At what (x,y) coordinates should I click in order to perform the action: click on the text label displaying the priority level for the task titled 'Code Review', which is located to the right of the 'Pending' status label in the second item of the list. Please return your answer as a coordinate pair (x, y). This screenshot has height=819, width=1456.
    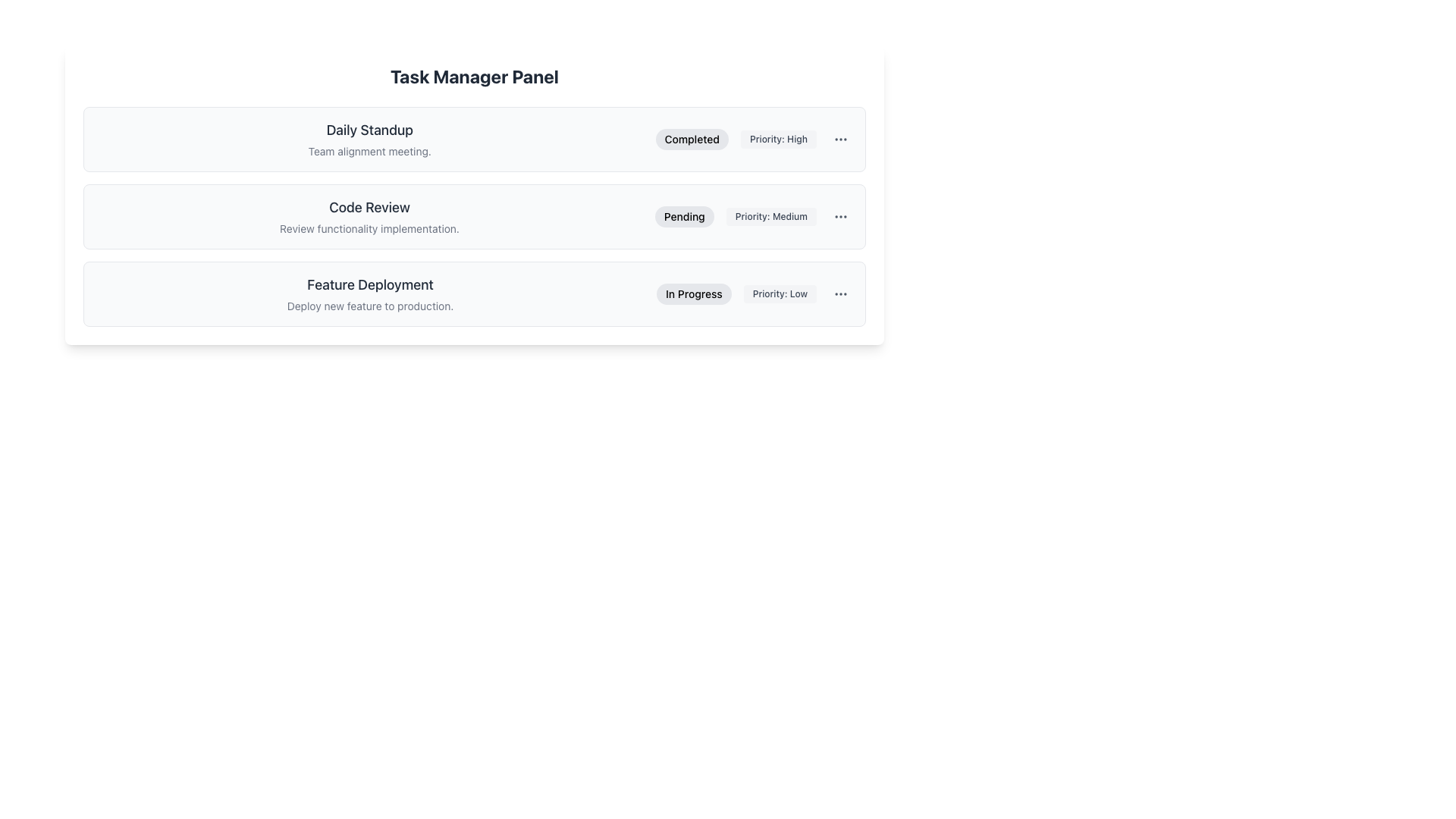
    Looking at the image, I should click on (771, 216).